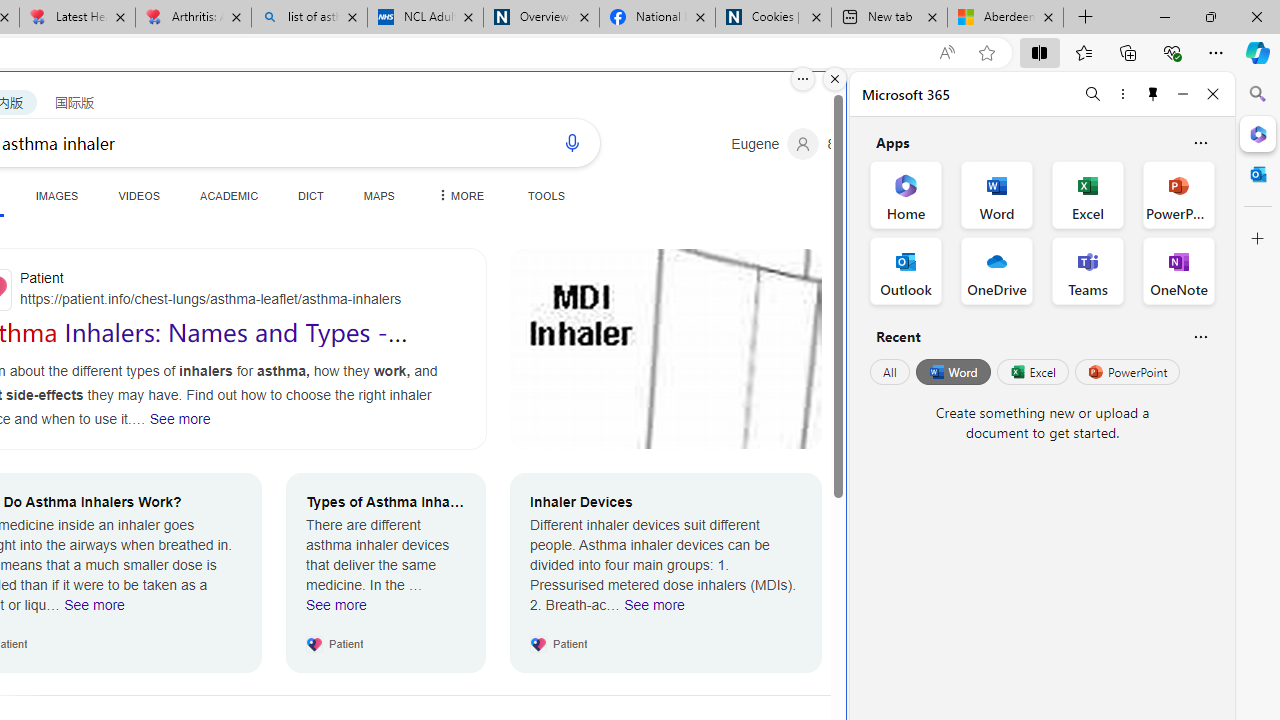  What do you see at coordinates (1087, 271) in the screenshot?
I see `'Teams Office App'` at bounding box center [1087, 271].